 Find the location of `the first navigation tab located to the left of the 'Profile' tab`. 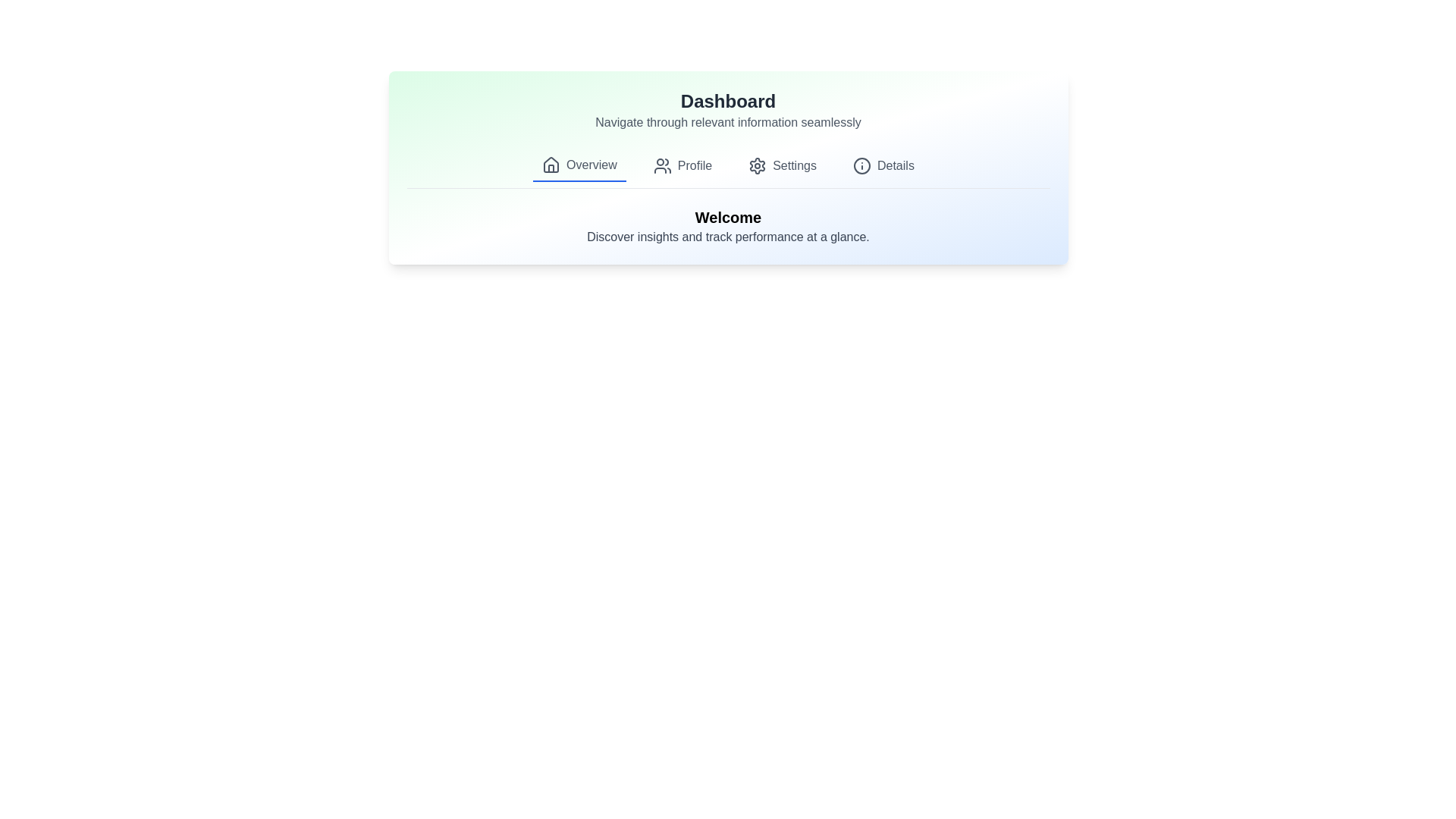

the first navigation tab located to the left of the 'Profile' tab is located at coordinates (579, 166).